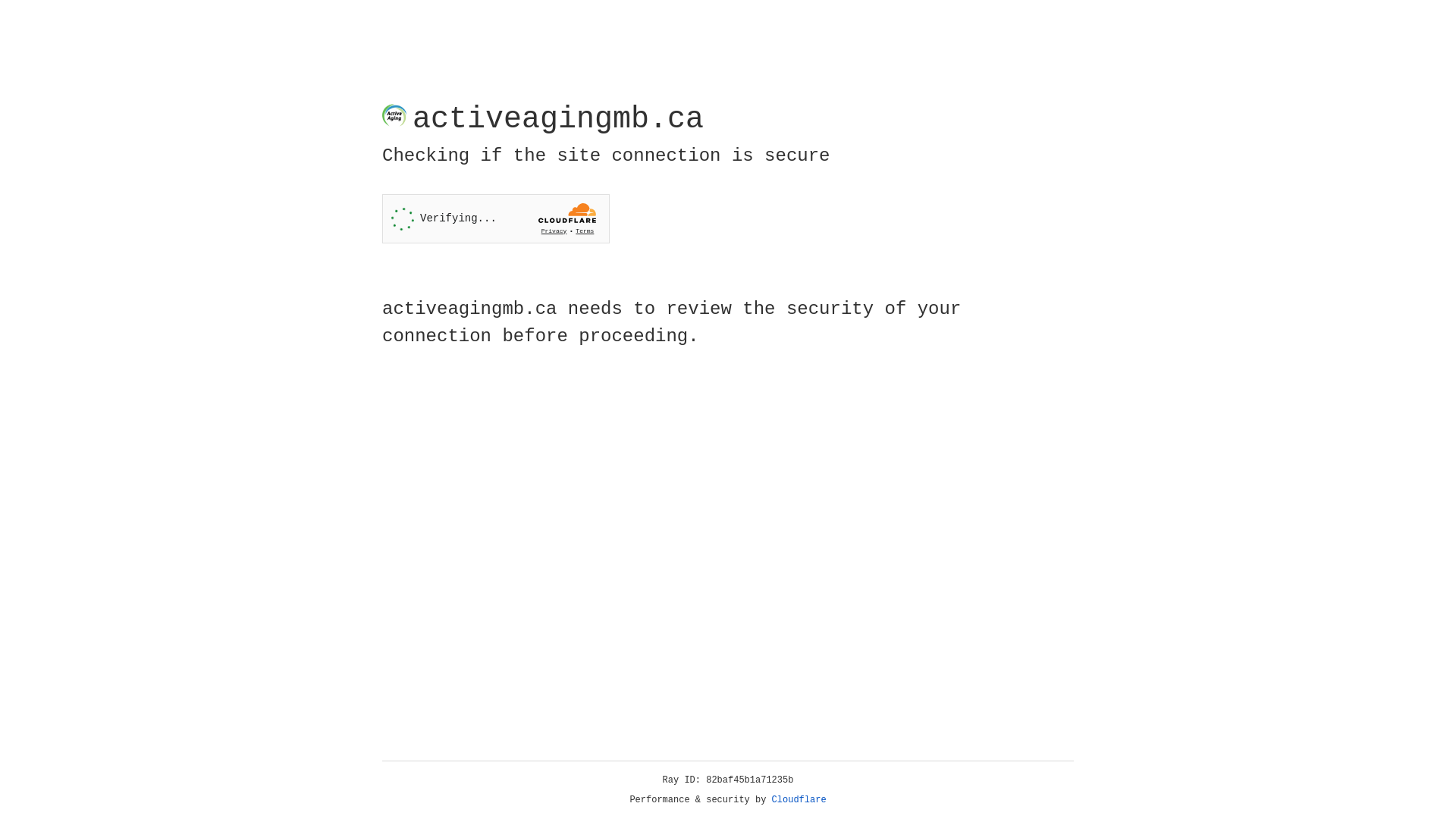  What do you see at coordinates (495, 218) in the screenshot?
I see `'Widget containing a Cloudflare security challenge'` at bounding box center [495, 218].